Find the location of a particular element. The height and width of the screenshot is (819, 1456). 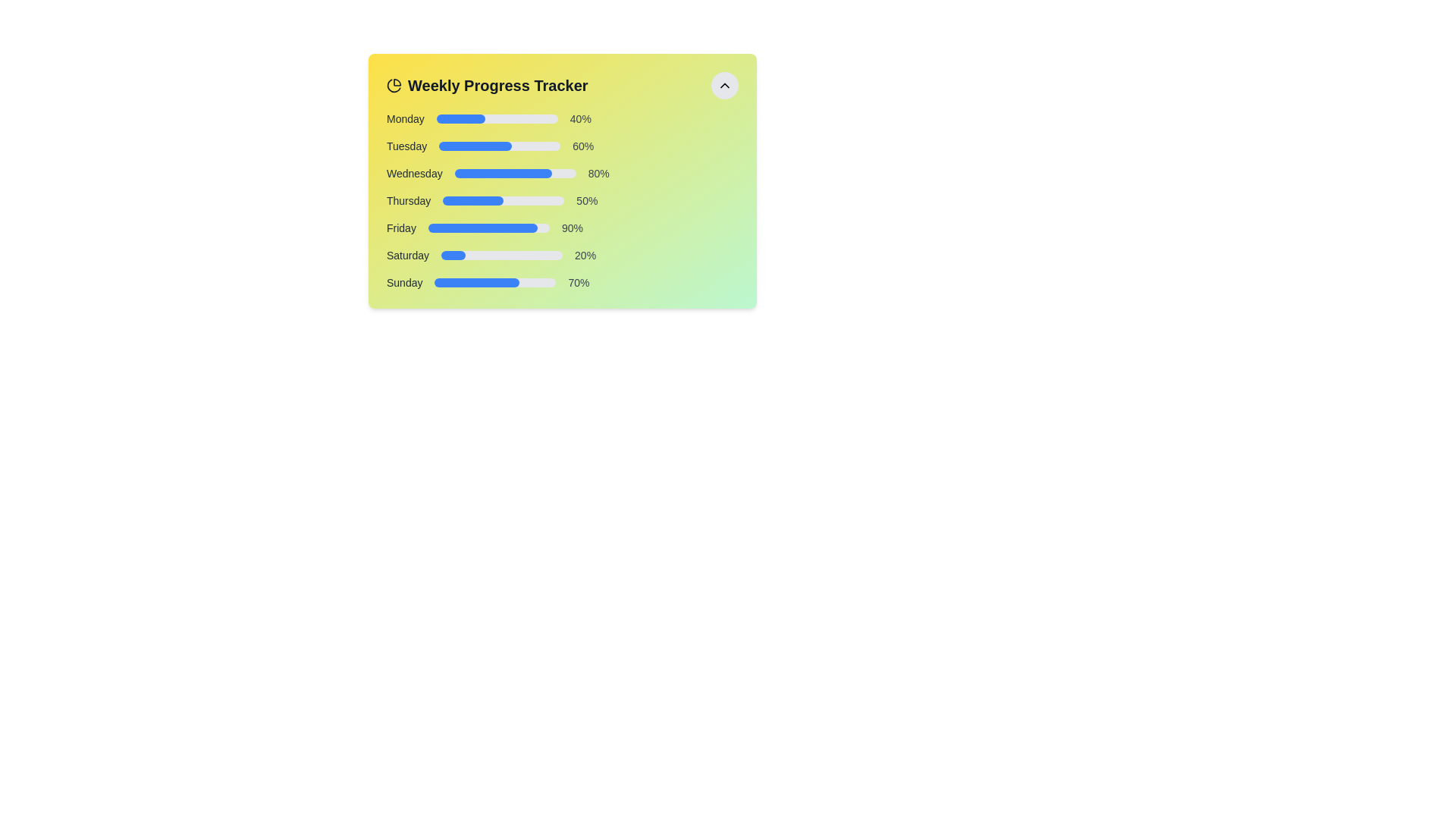

the blue progress bar segment associated with the Saturday label in the 'Weekly Progress Tracker' is located at coordinates (453, 254).